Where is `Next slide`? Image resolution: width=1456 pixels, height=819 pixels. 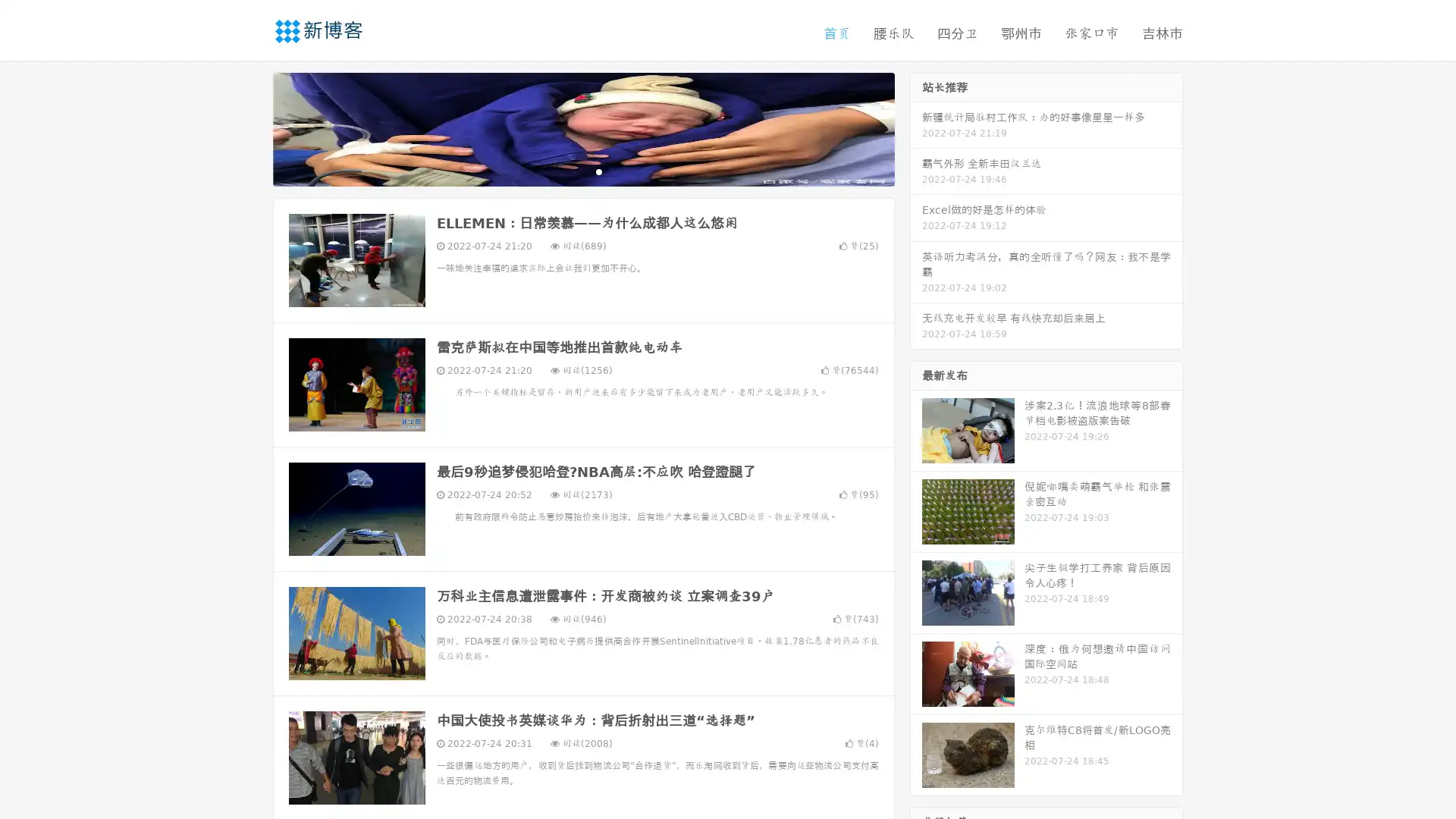 Next slide is located at coordinates (916, 127).